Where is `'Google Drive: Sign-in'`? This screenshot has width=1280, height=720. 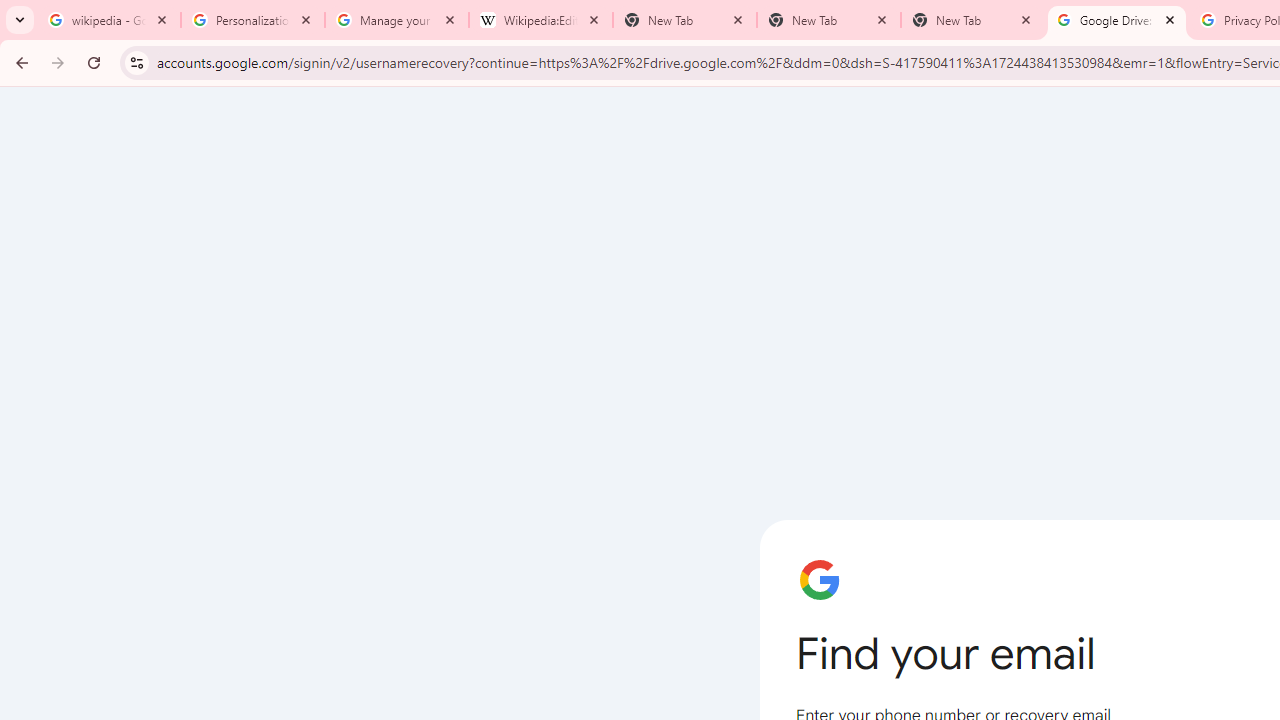
'Google Drive: Sign-in' is located at coordinates (1115, 20).